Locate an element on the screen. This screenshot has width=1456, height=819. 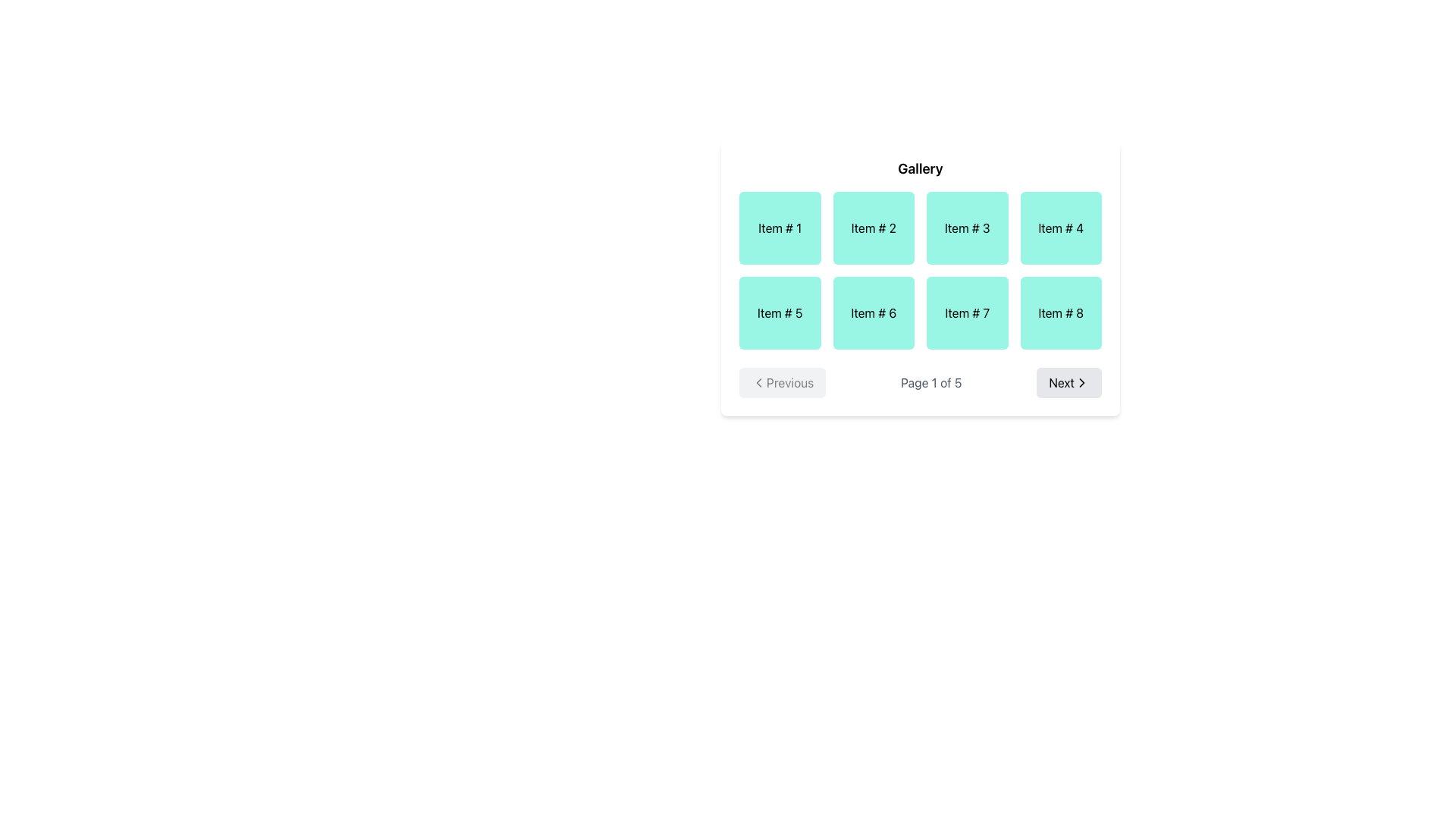
the button labeled 'Item # 3', which is a teal rectangular button with rounded corners in the first row of a grid layout is located at coordinates (966, 227).